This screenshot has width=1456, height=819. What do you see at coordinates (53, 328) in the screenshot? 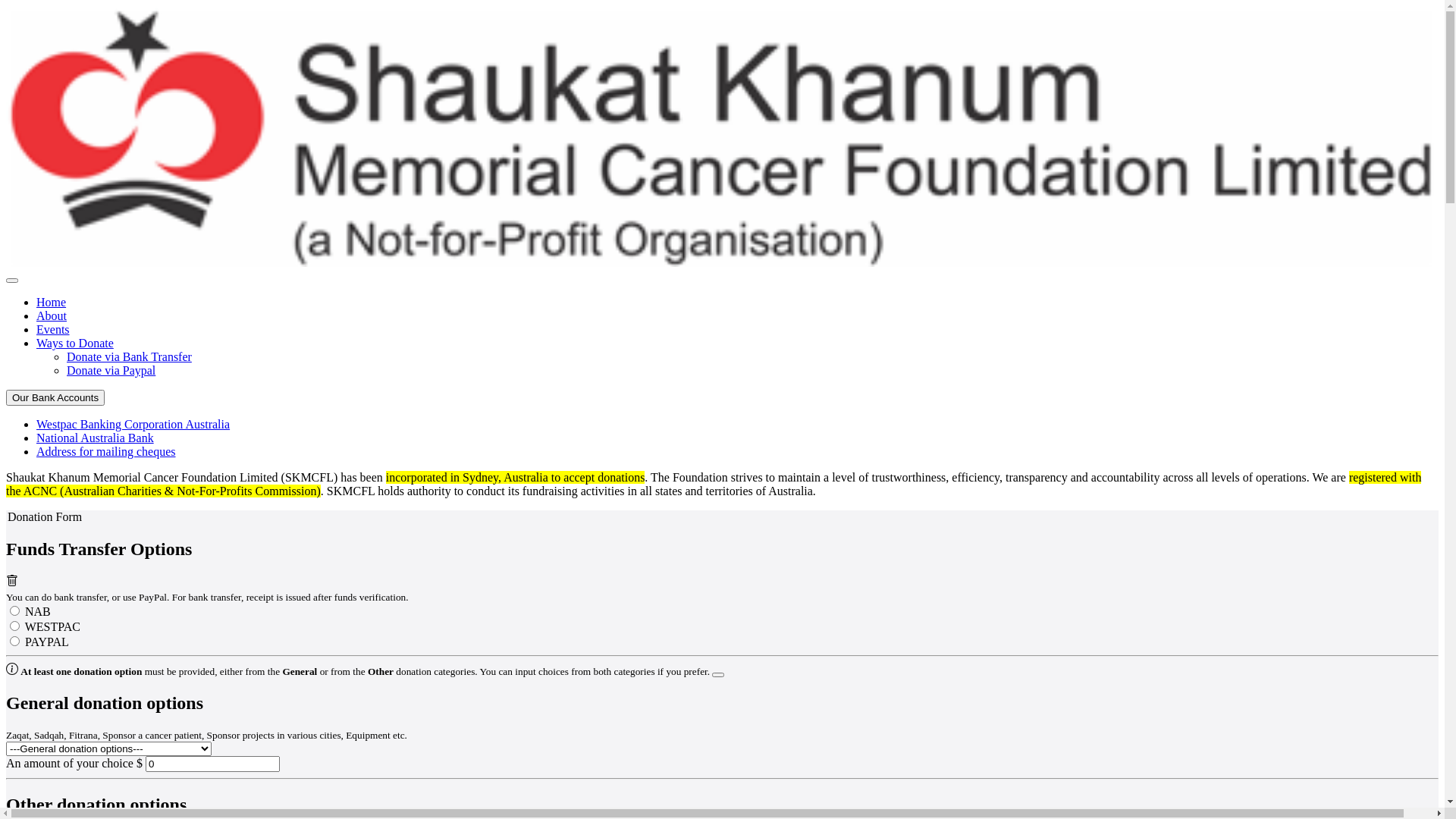
I see `'Events'` at bounding box center [53, 328].